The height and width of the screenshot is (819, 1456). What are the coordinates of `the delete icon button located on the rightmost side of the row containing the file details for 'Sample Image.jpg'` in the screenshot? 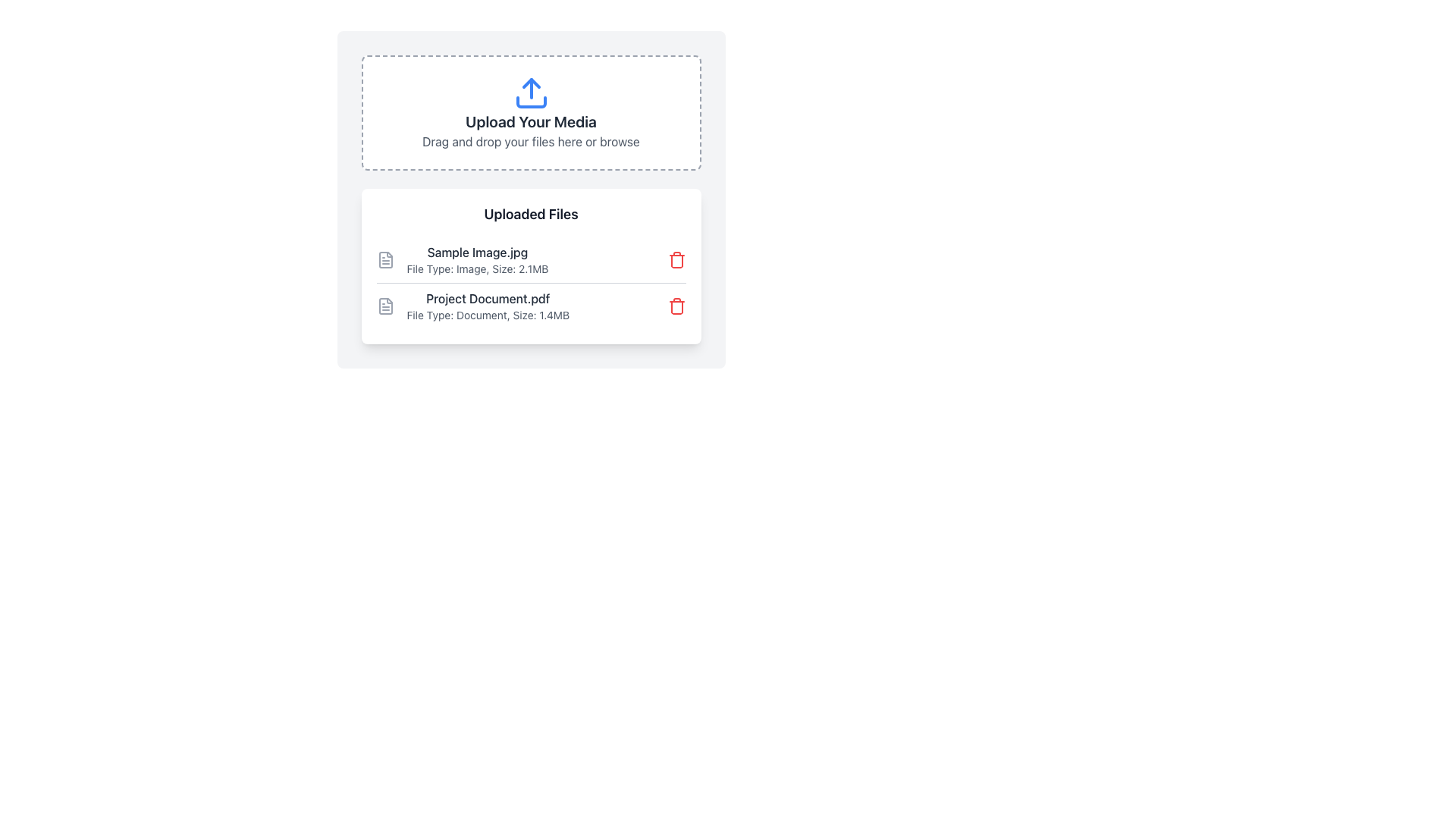 It's located at (676, 259).